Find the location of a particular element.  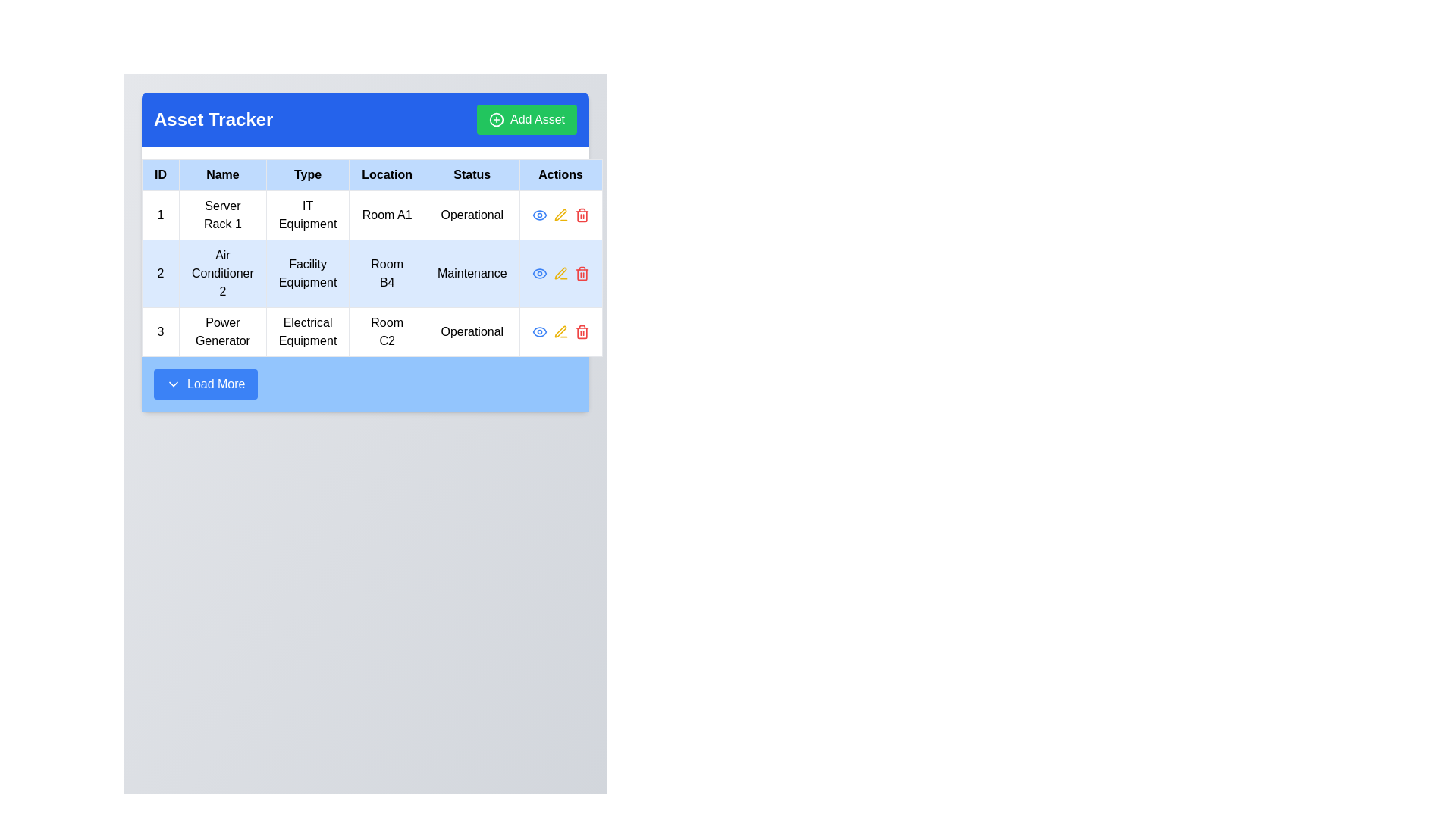

the edit icon located in the second row of the table's 'Actions' column, which is the second interactive icon between the blue 'view' icon and the red 'delete' icon is located at coordinates (560, 274).